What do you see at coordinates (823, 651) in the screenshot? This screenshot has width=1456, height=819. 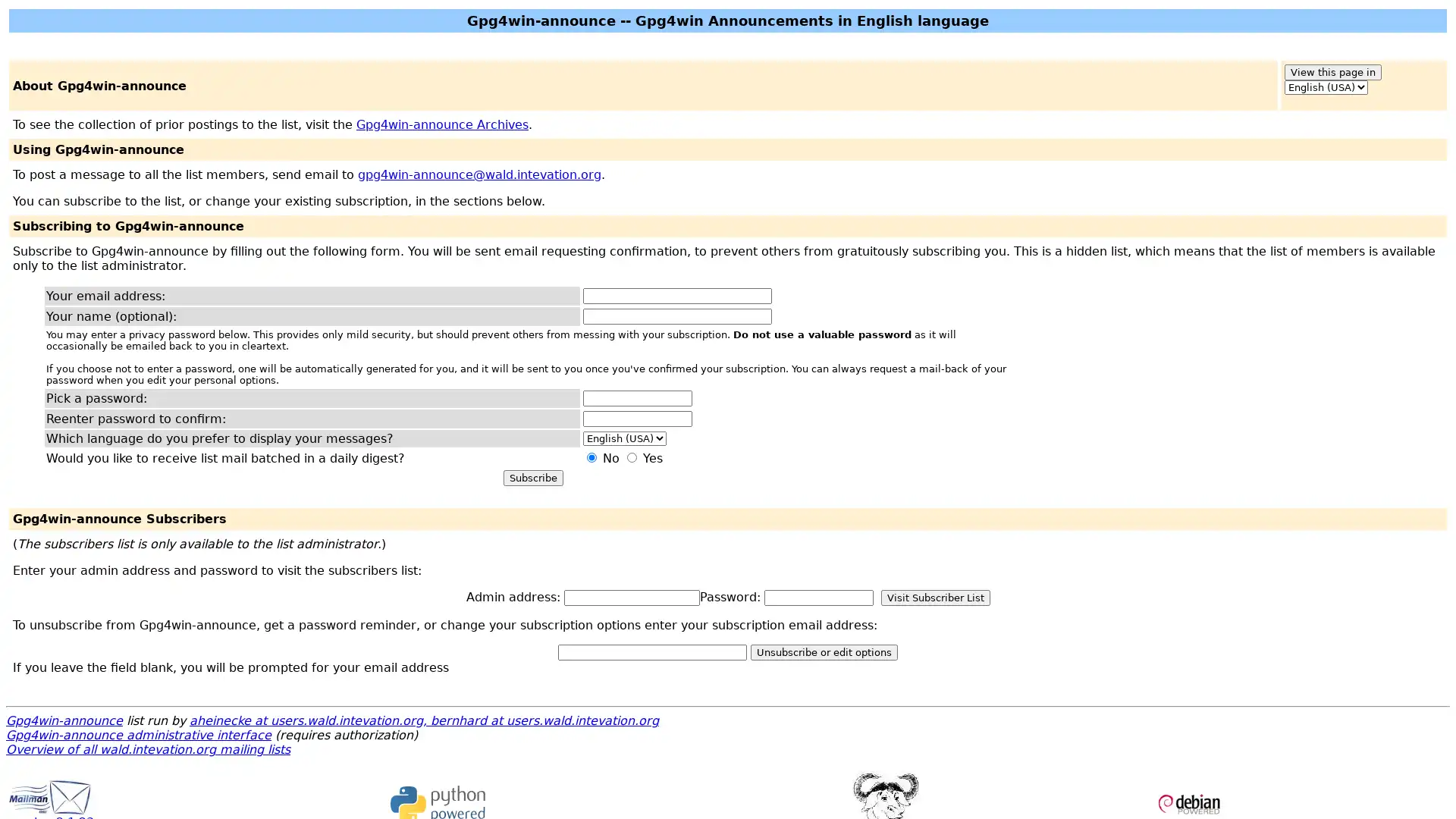 I see `Unsubscribe or edit options` at bounding box center [823, 651].